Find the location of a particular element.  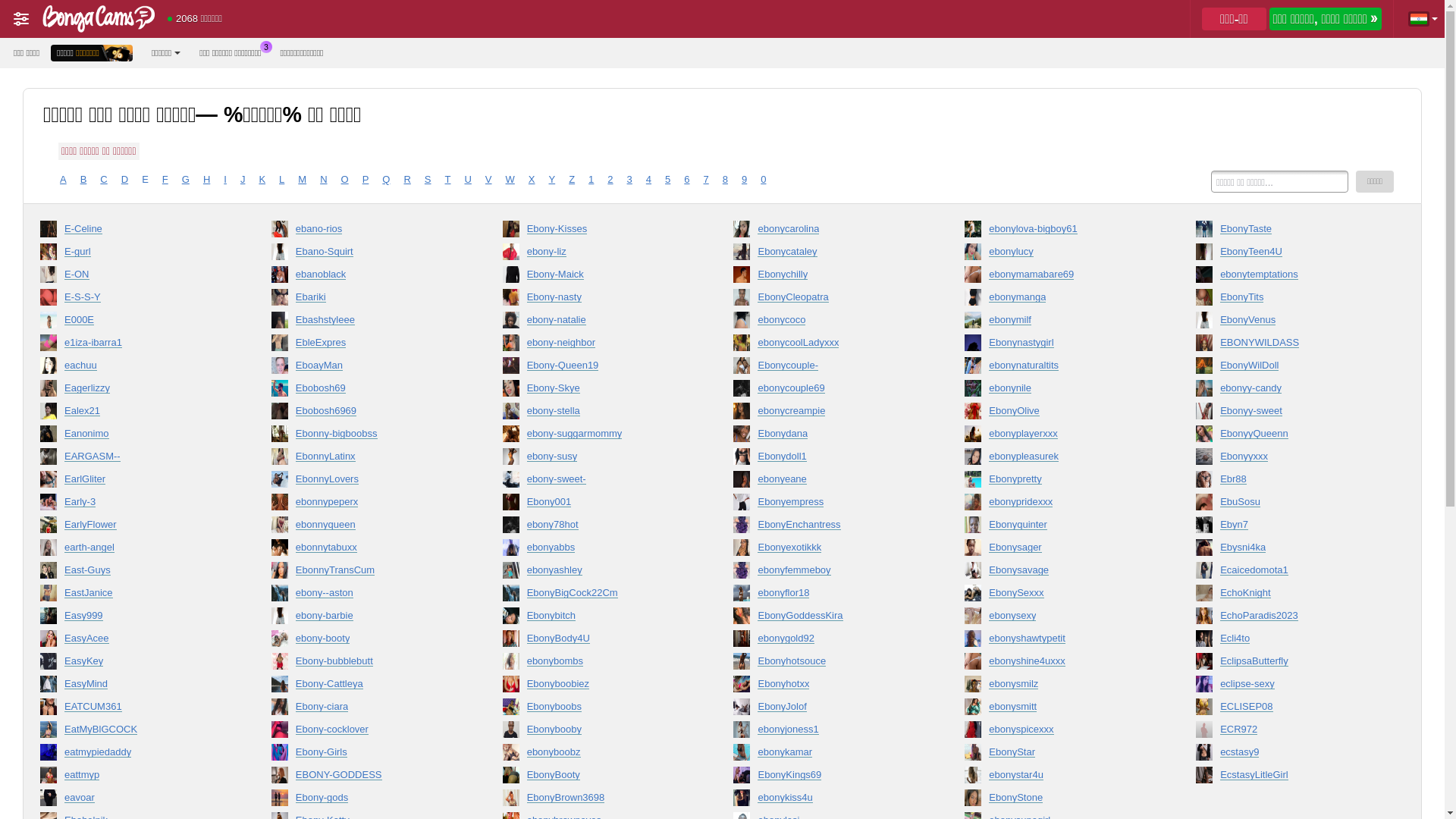

'ebony-neighbor' is located at coordinates (596, 345).